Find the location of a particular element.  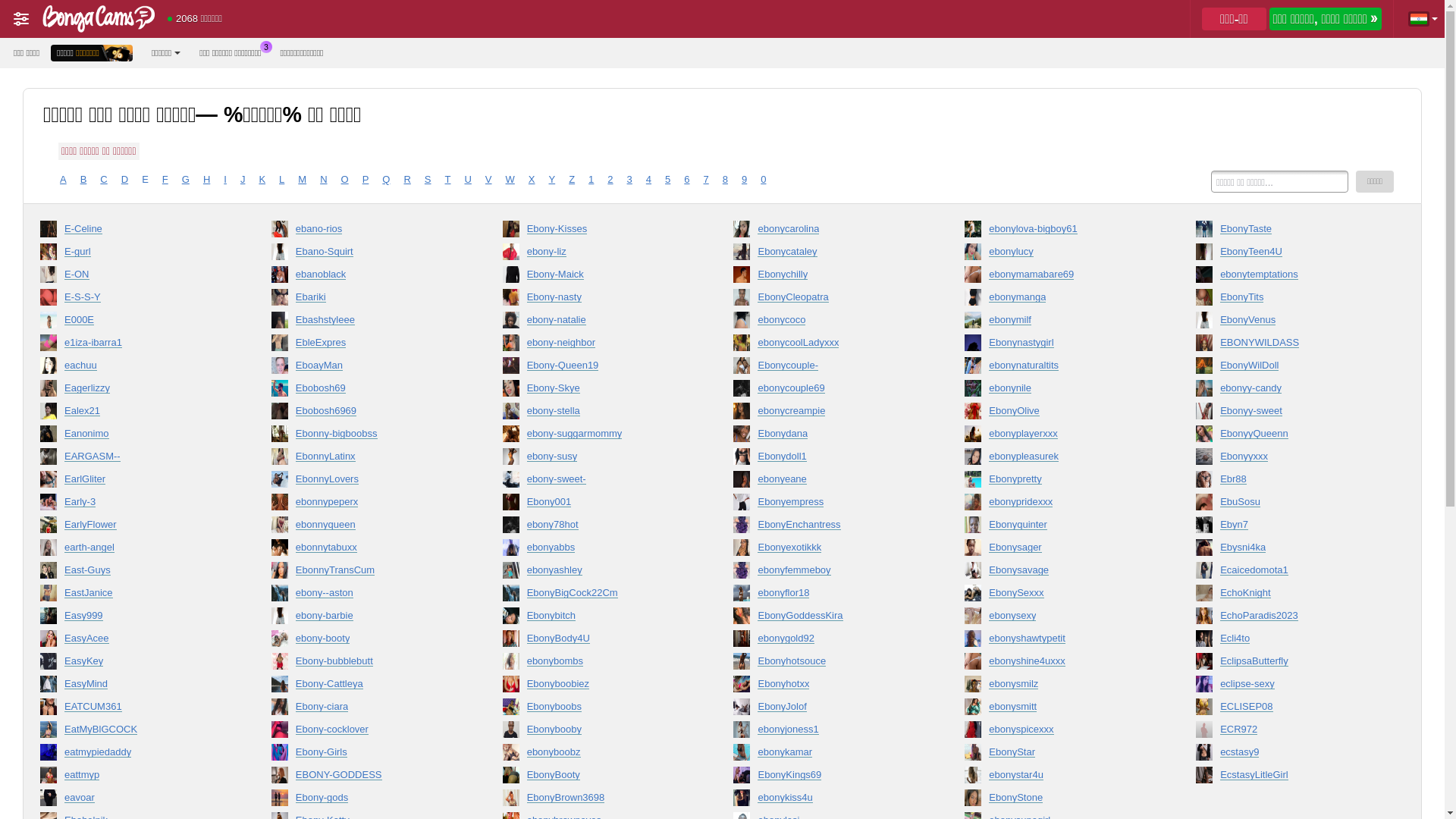

'ebony-neighbor' is located at coordinates (596, 345).